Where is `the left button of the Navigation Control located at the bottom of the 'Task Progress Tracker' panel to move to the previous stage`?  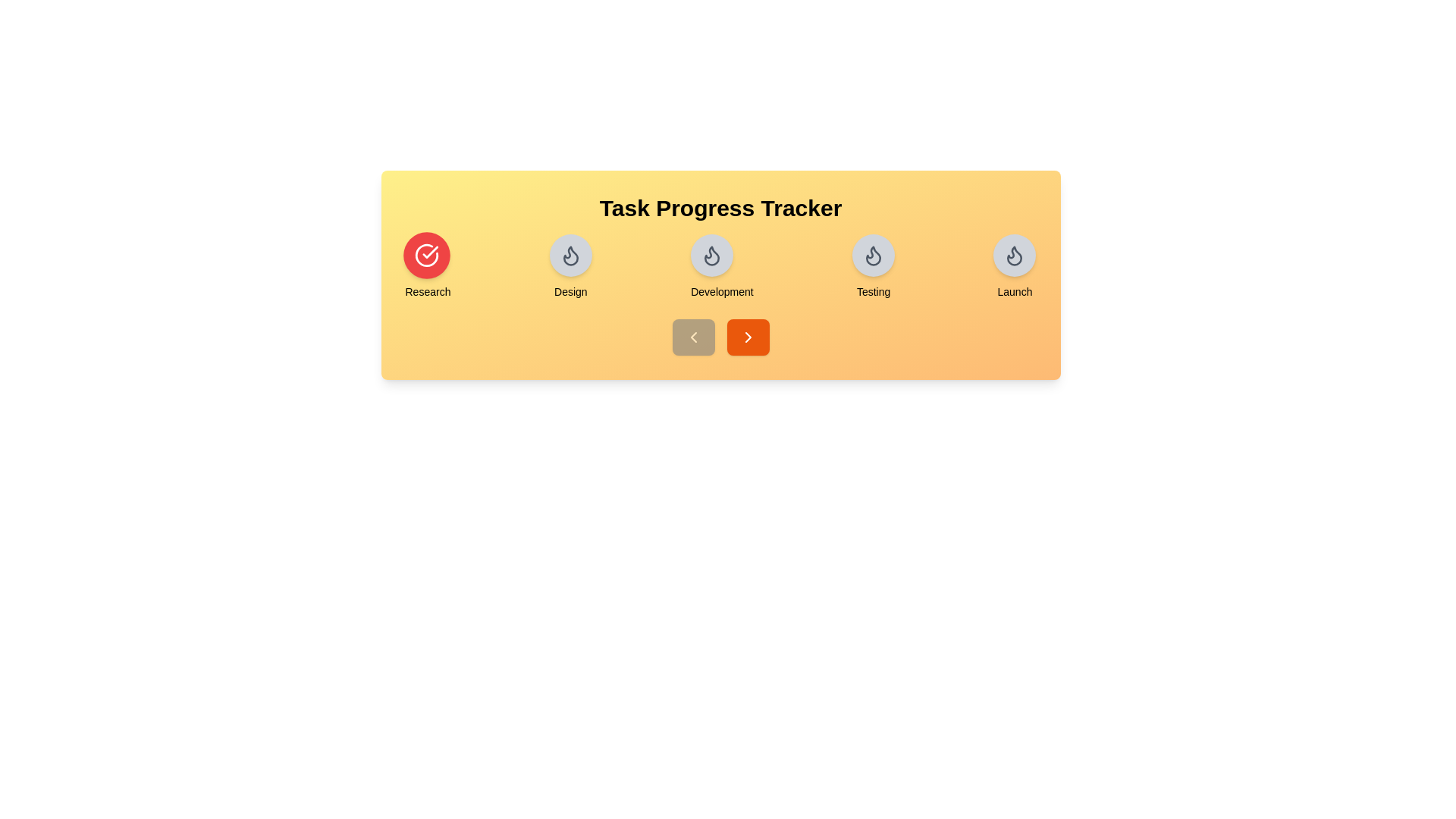
the left button of the Navigation Control located at the bottom of the 'Task Progress Tracker' panel to move to the previous stage is located at coordinates (720, 336).